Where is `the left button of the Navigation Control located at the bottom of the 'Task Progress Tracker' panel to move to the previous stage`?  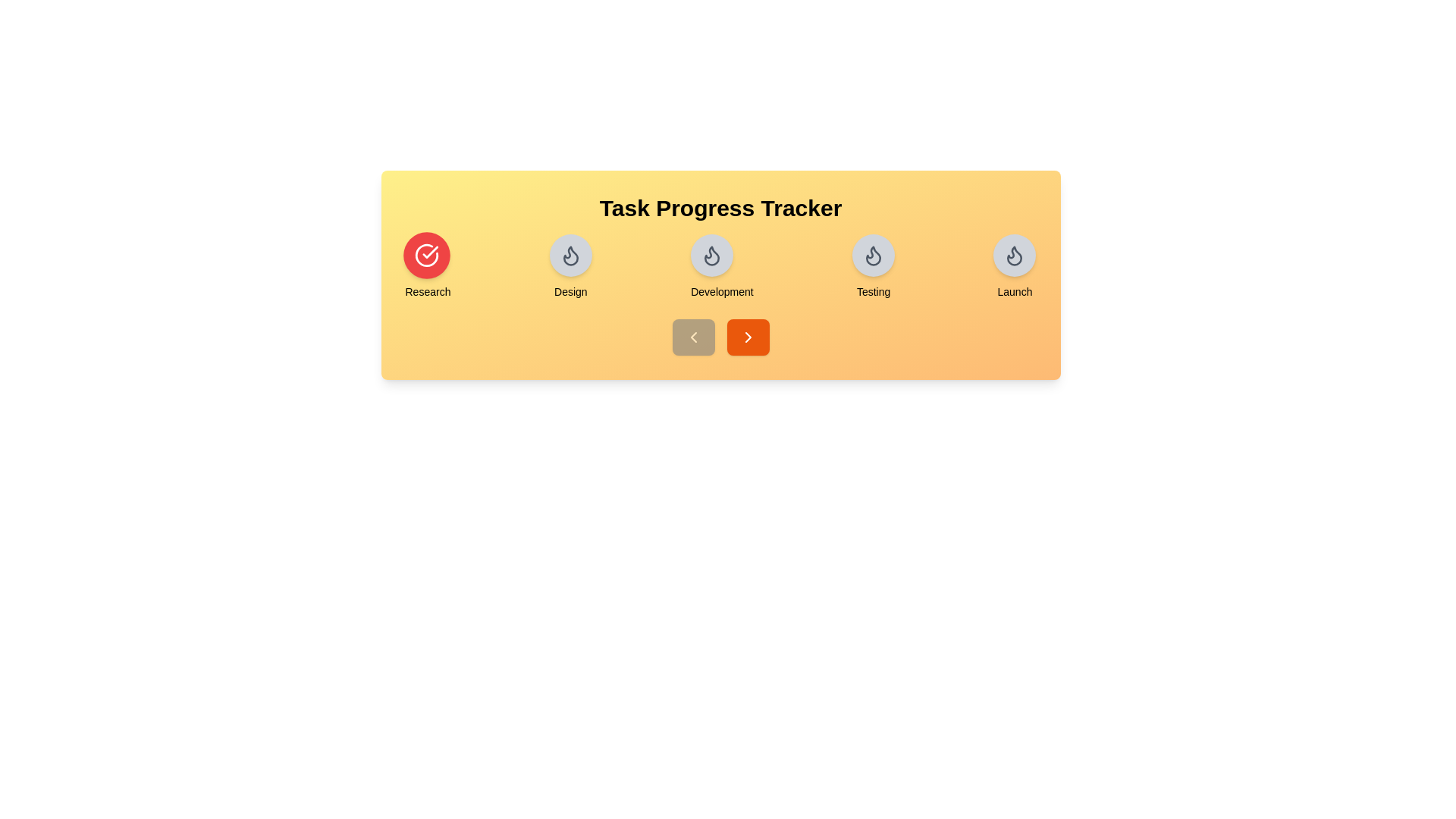
the left button of the Navigation Control located at the bottom of the 'Task Progress Tracker' panel to move to the previous stage is located at coordinates (720, 336).